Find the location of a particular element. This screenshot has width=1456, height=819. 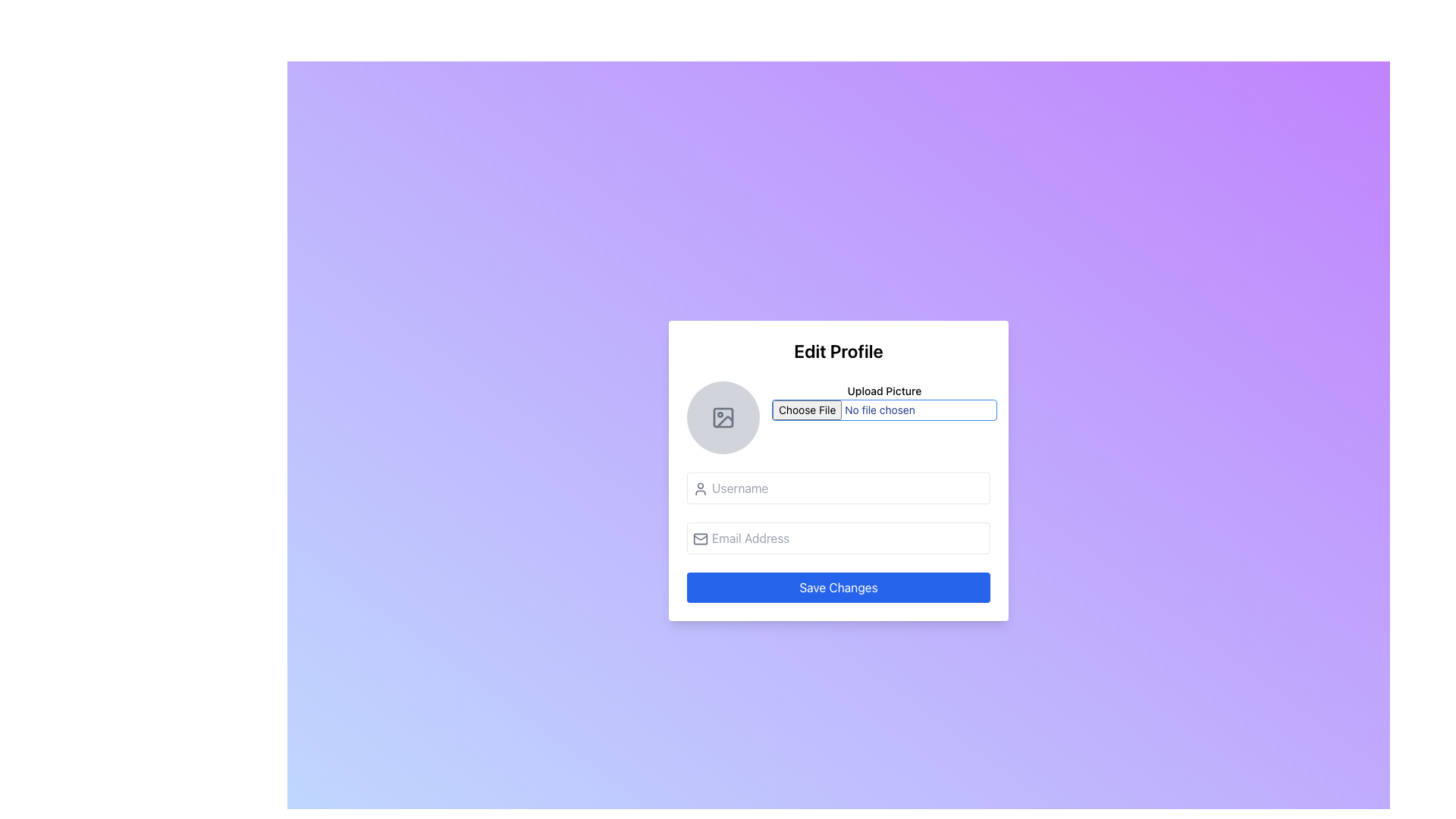

the bold text label saying 'Edit Profile' which is positioned at the top of the centered form interface is located at coordinates (837, 350).